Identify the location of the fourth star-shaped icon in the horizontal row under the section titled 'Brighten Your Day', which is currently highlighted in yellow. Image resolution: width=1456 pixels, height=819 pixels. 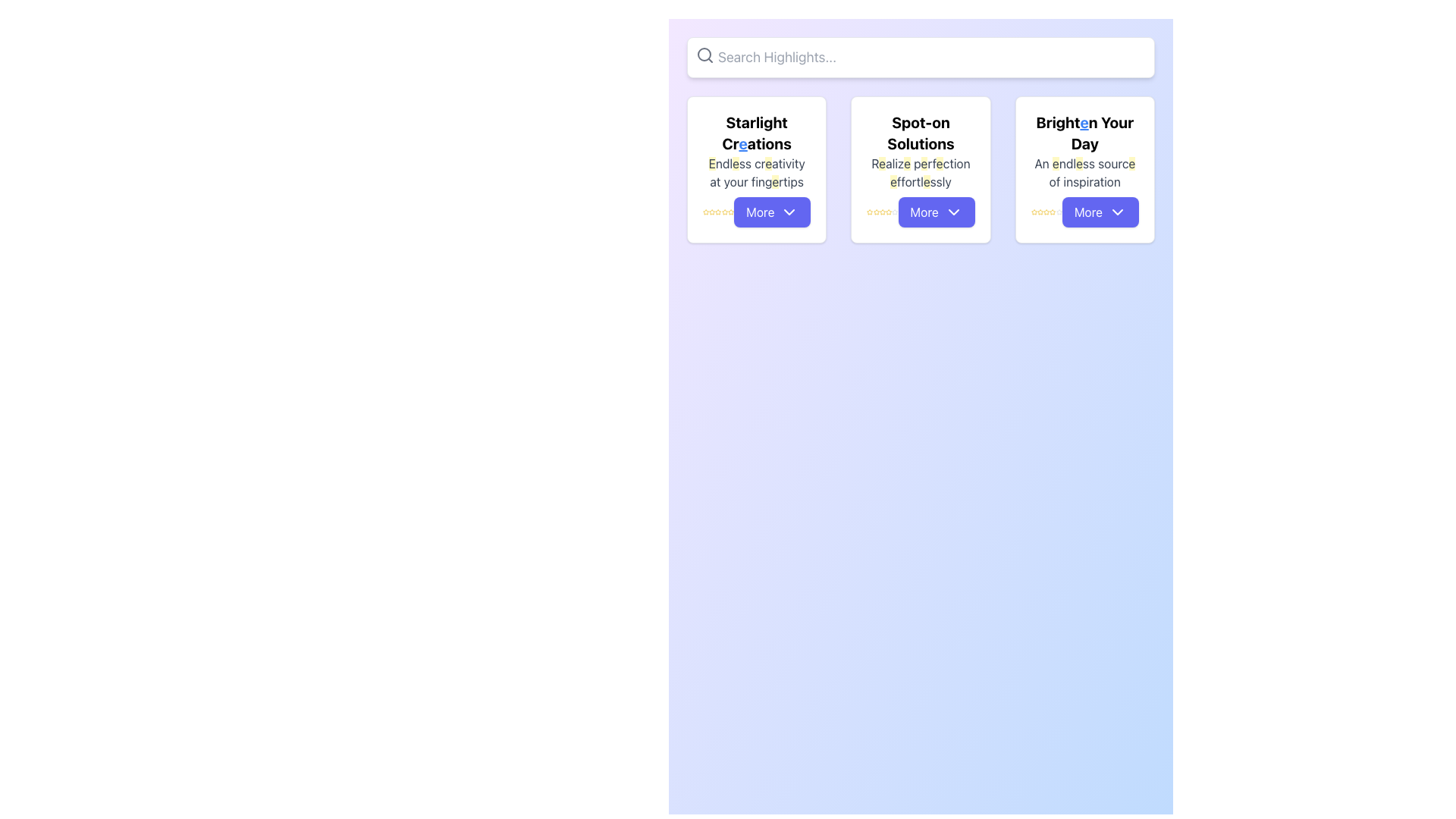
(1046, 212).